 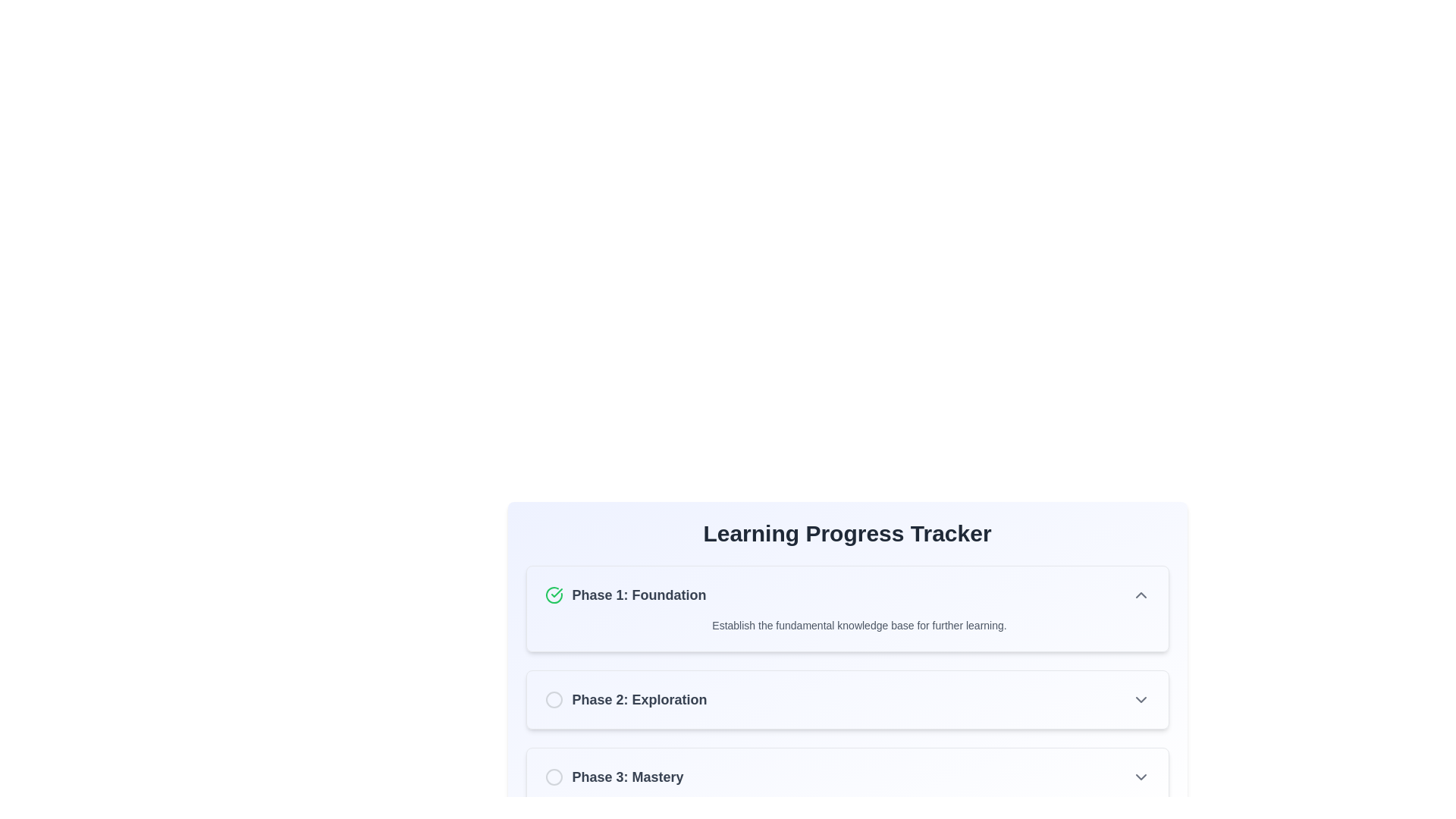 I want to click on text of the 'Phase 3: Mastery' label, which is the last element in the 'Learning Progress Tracker' interface, displayed in bold dark gray font, so click(x=628, y=777).